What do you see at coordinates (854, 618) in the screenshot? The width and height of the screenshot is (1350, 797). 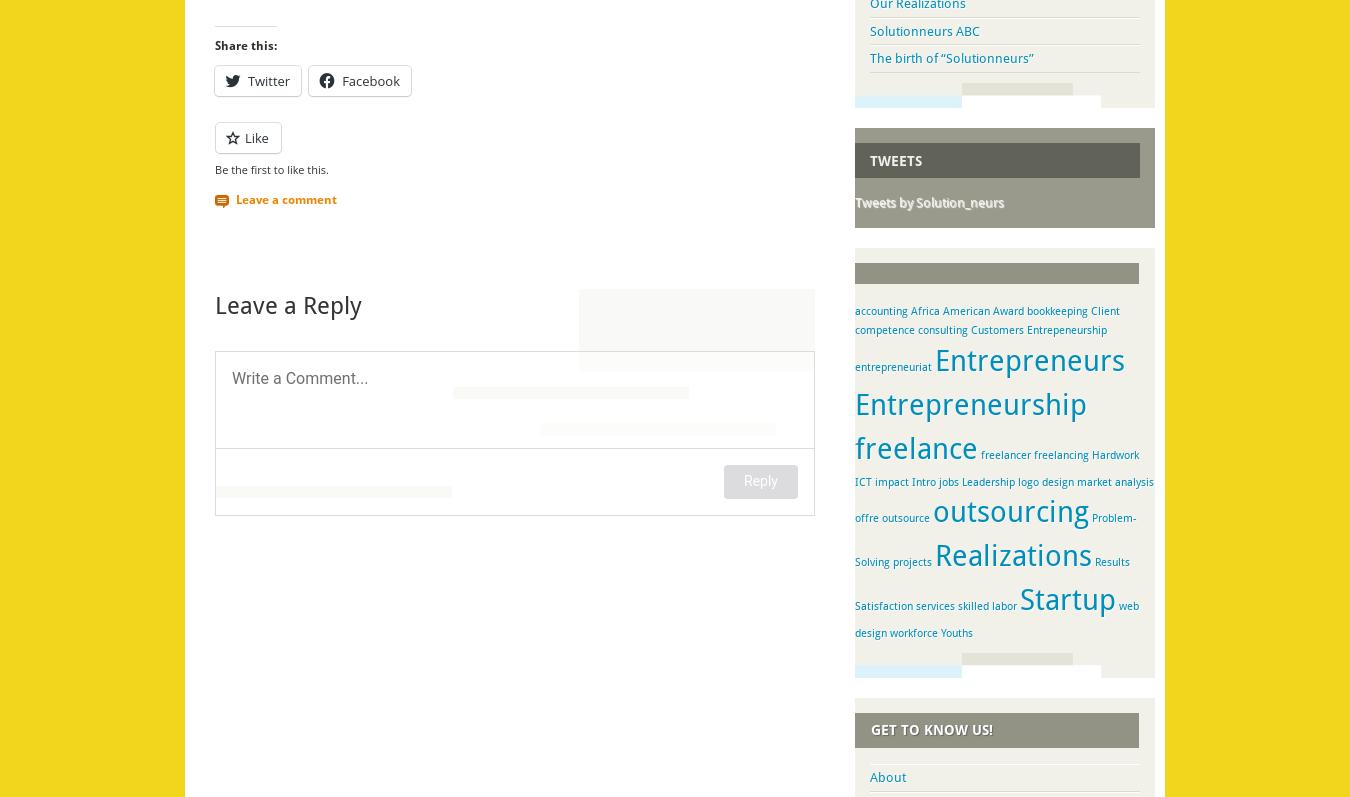 I see `'web design'` at bounding box center [854, 618].